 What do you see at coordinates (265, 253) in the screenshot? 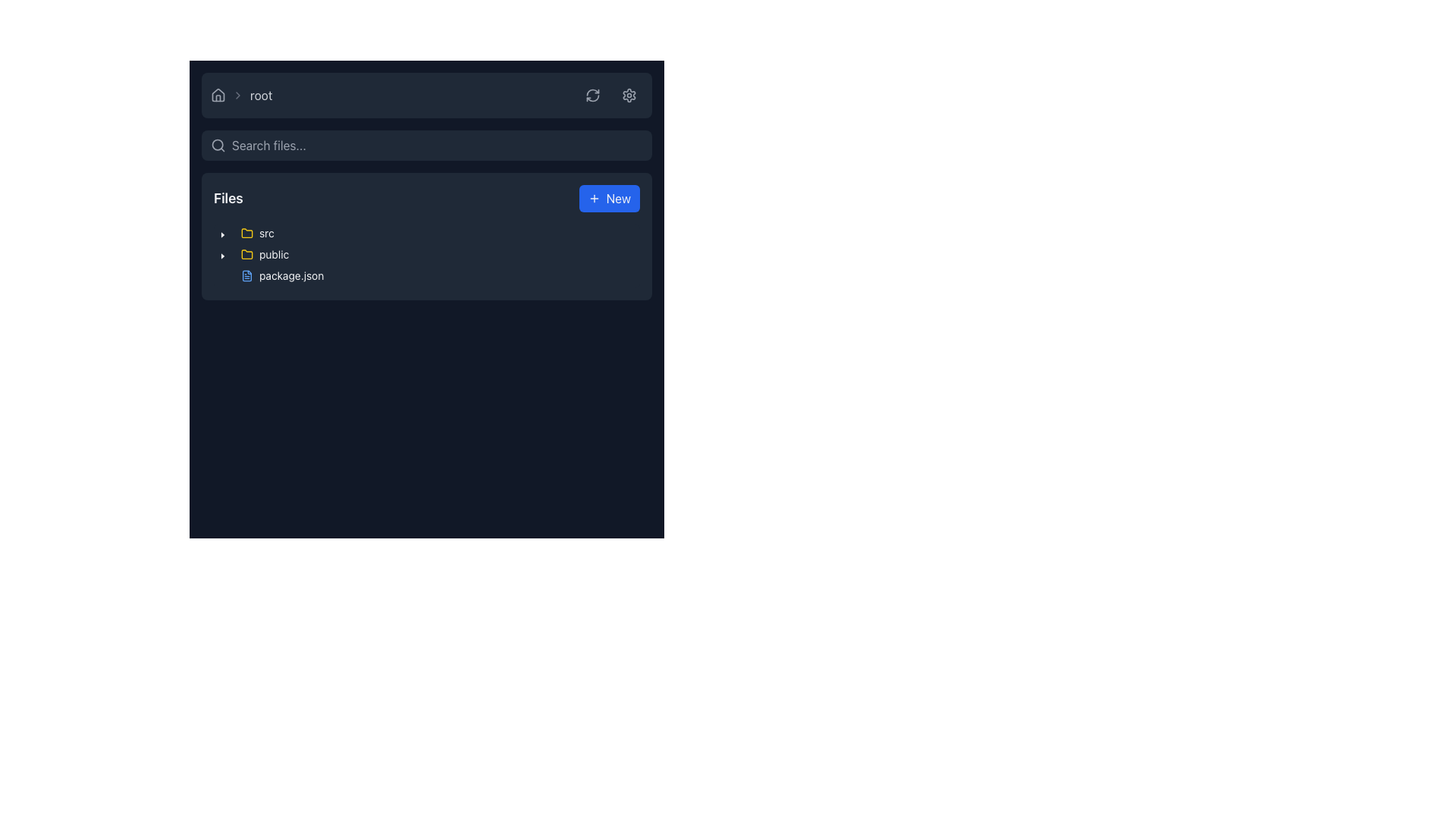
I see `the 'public' folder label in the file directory` at bounding box center [265, 253].